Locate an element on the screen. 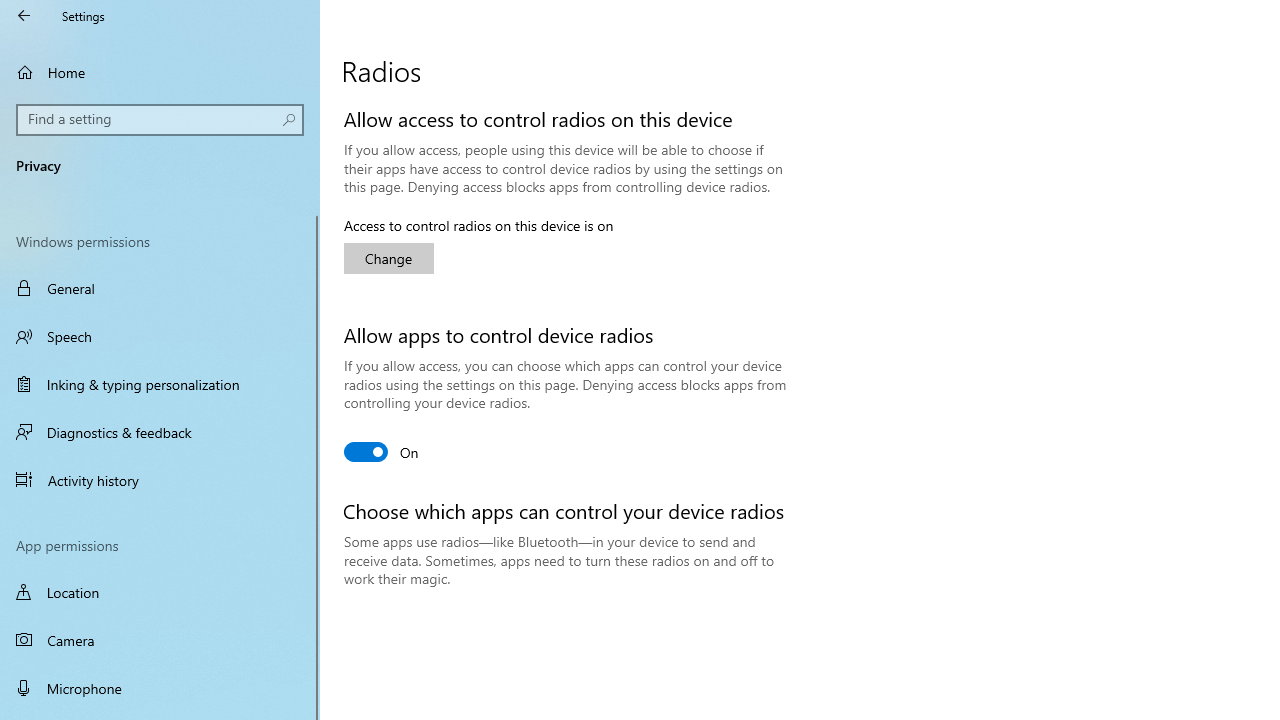 Image resolution: width=1280 pixels, height=720 pixels. 'Location' is located at coordinates (160, 591).